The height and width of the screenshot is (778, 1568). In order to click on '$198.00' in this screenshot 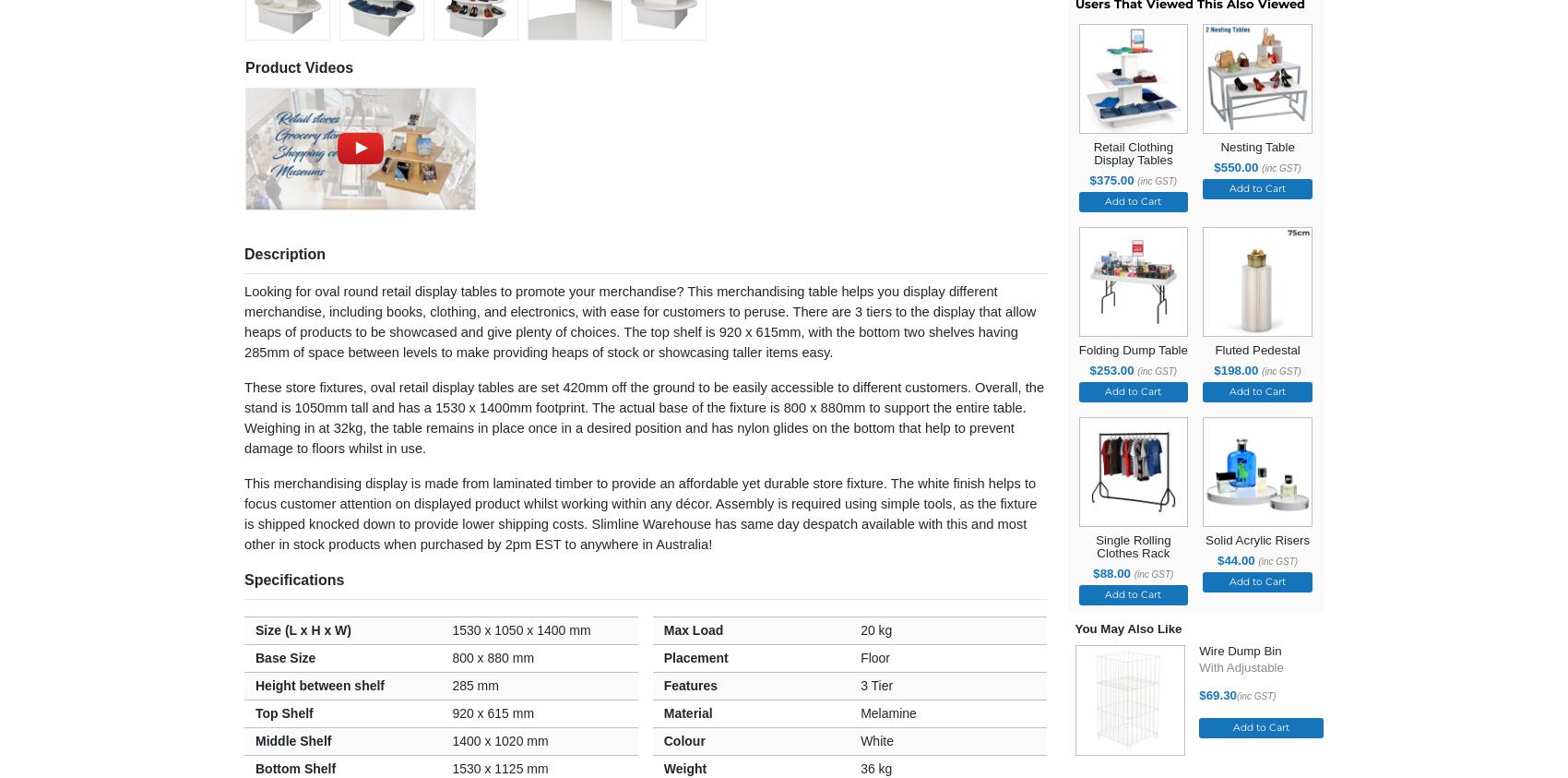, I will do `click(1237, 368)`.